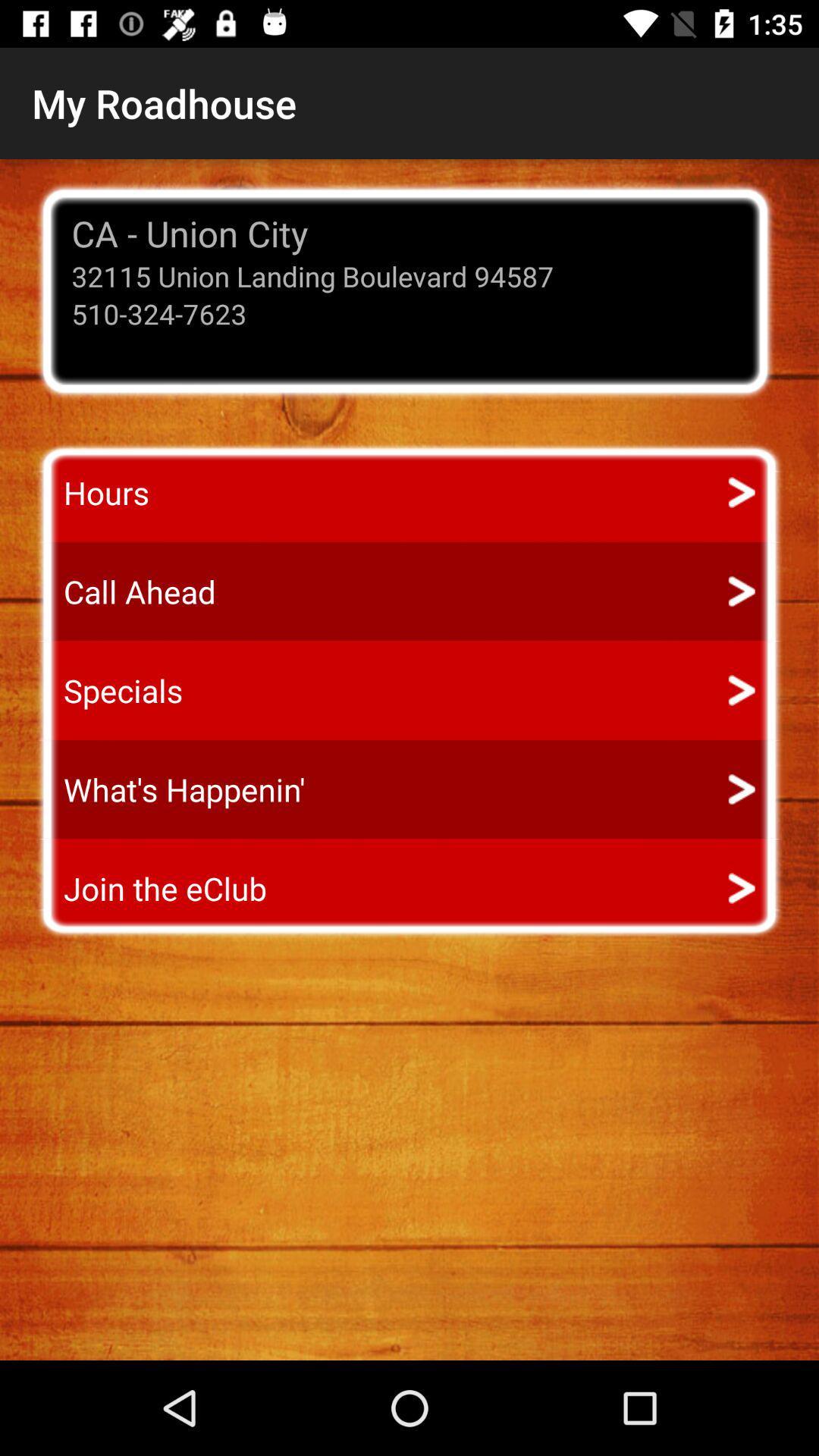 Image resolution: width=819 pixels, height=1456 pixels. I want to click on app above the call ahead item, so click(93, 492).